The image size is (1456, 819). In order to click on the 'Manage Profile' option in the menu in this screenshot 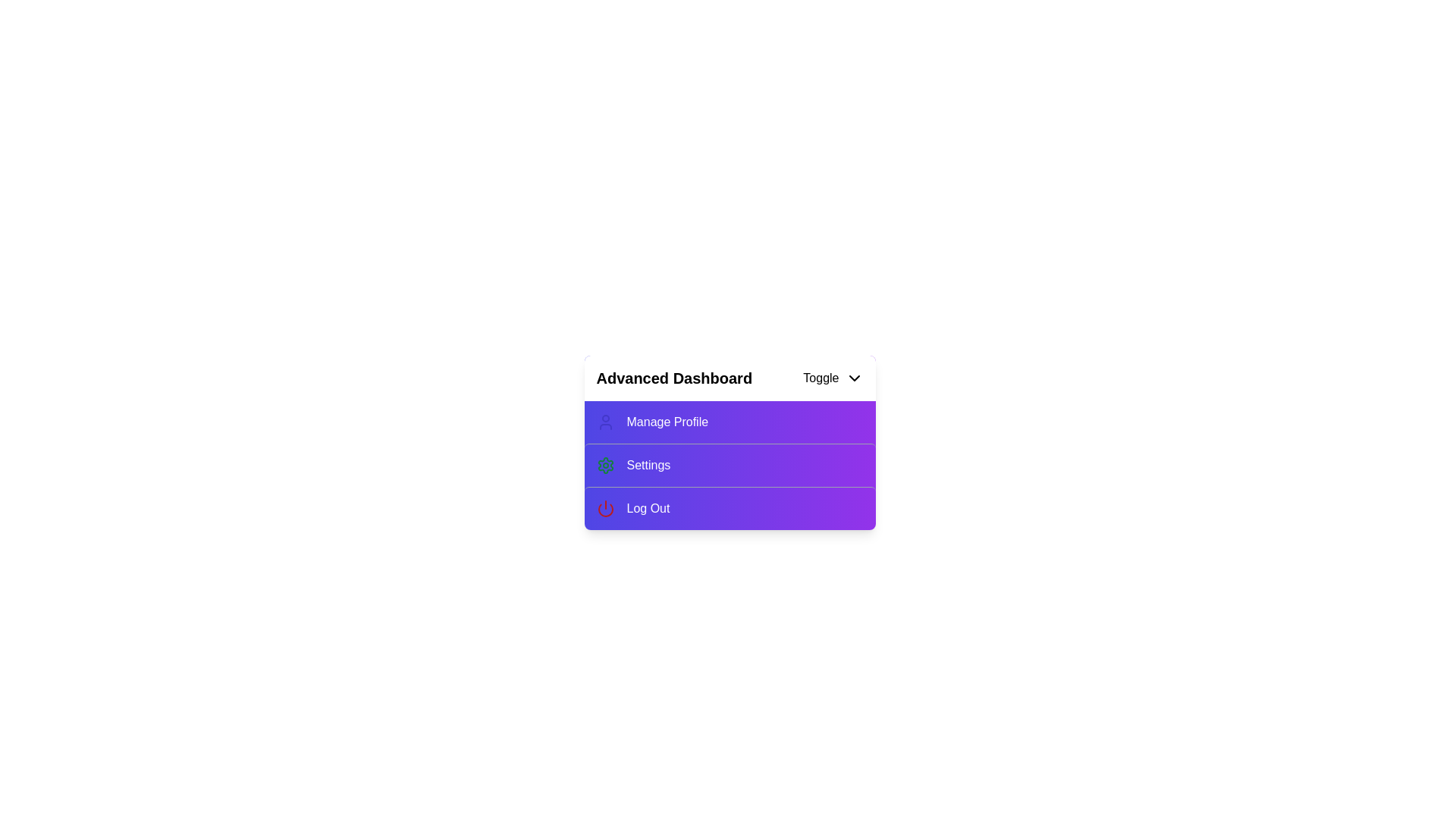, I will do `click(730, 422)`.